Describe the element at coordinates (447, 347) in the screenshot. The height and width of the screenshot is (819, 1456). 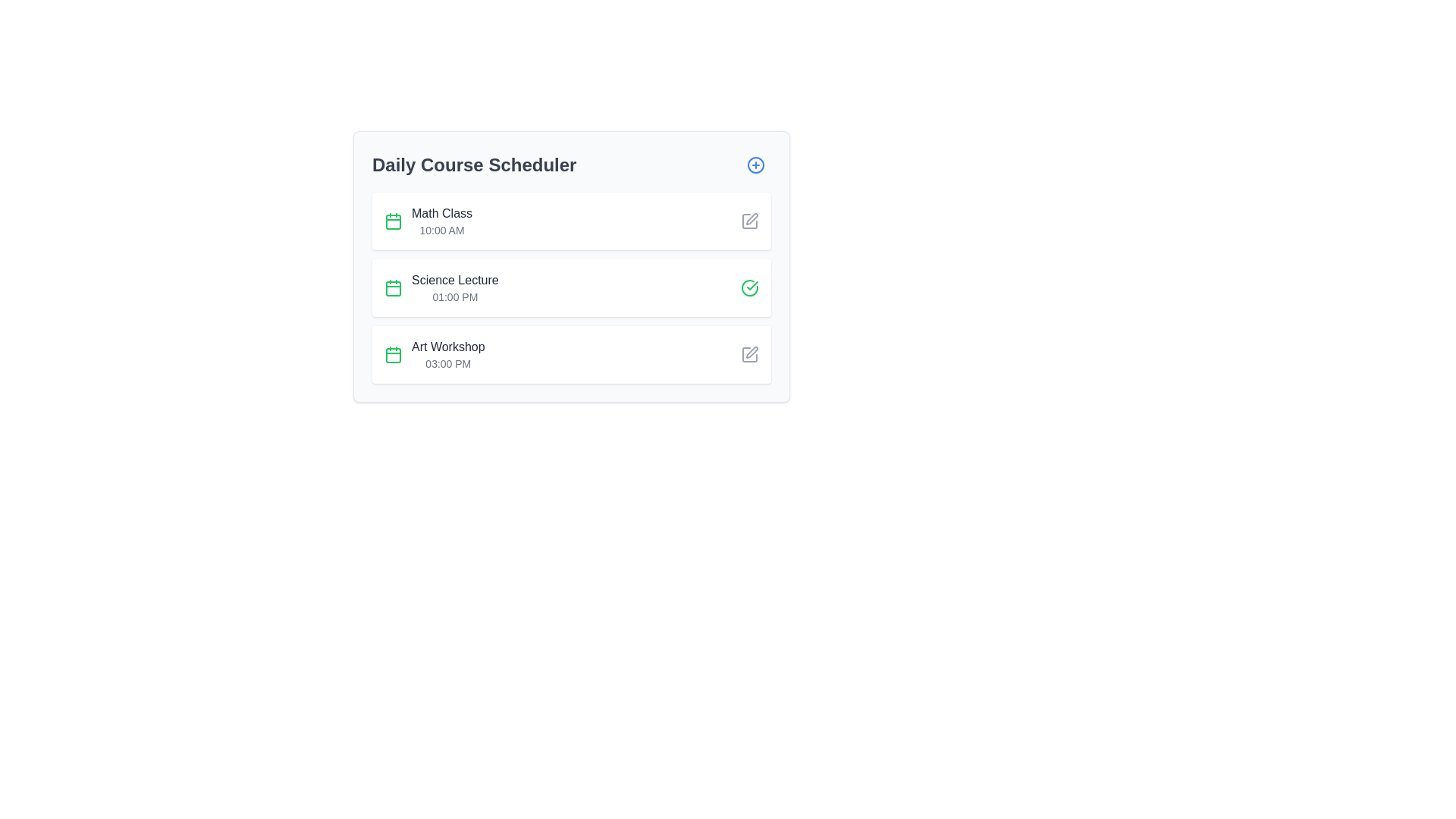
I see `the 'Art Workshop' text label for accessibility purposes` at that location.